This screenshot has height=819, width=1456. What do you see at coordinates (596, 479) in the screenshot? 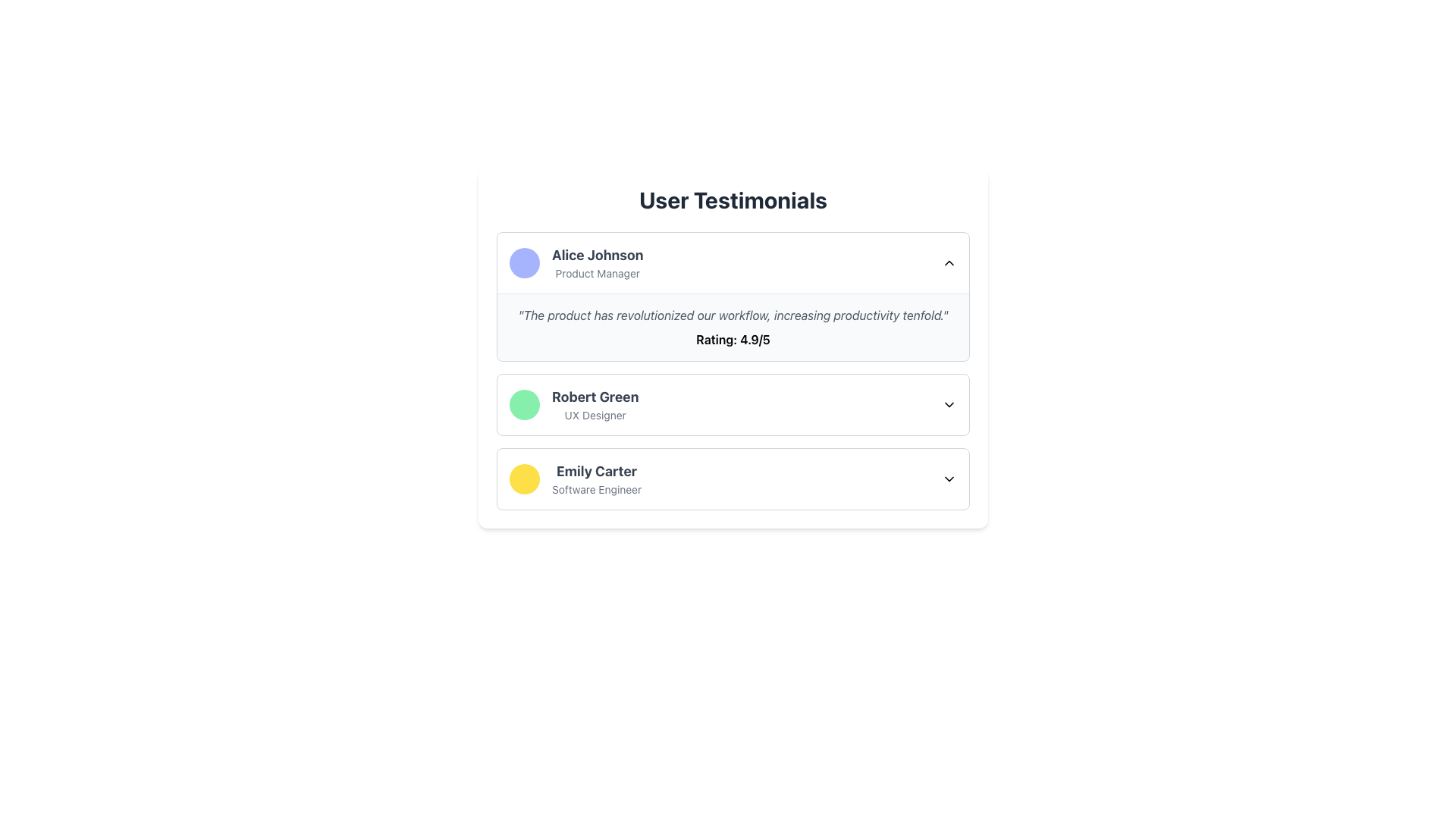
I see `the text block displaying user identification information, located in the 'User Testimonials' section, specifically under the third item in the list, to the right of a yellow circular avatar` at bounding box center [596, 479].